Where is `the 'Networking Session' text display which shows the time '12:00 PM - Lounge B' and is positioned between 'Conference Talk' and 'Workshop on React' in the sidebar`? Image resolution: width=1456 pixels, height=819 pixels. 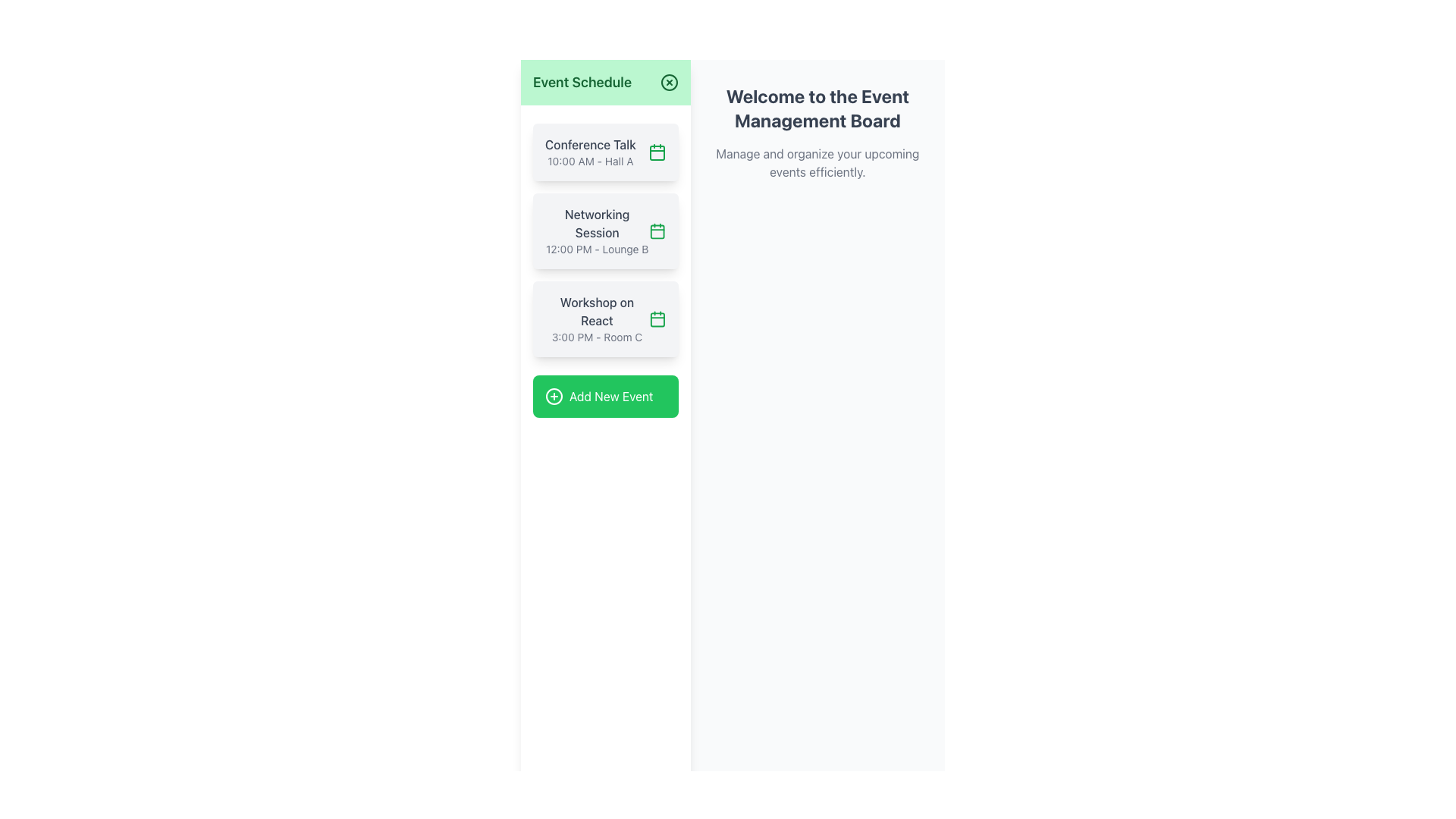 the 'Networking Session' text display which shows the time '12:00 PM - Lounge B' and is positioned between 'Conference Talk' and 'Workshop on React' in the sidebar is located at coordinates (596, 231).